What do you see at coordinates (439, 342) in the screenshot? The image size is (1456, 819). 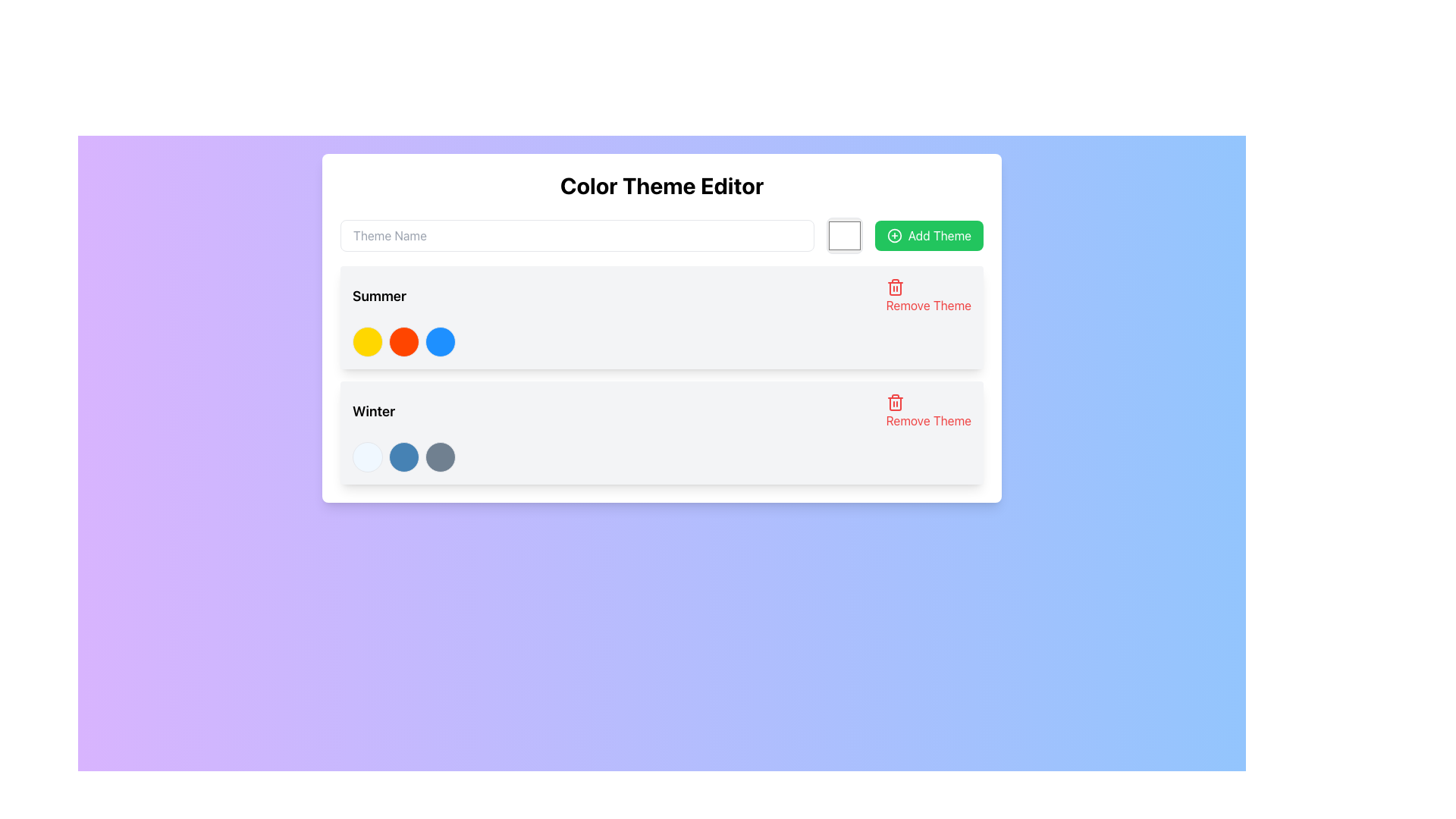 I see `the blue circular Color indicator in the Summer section of the Color Theme Editor` at bounding box center [439, 342].